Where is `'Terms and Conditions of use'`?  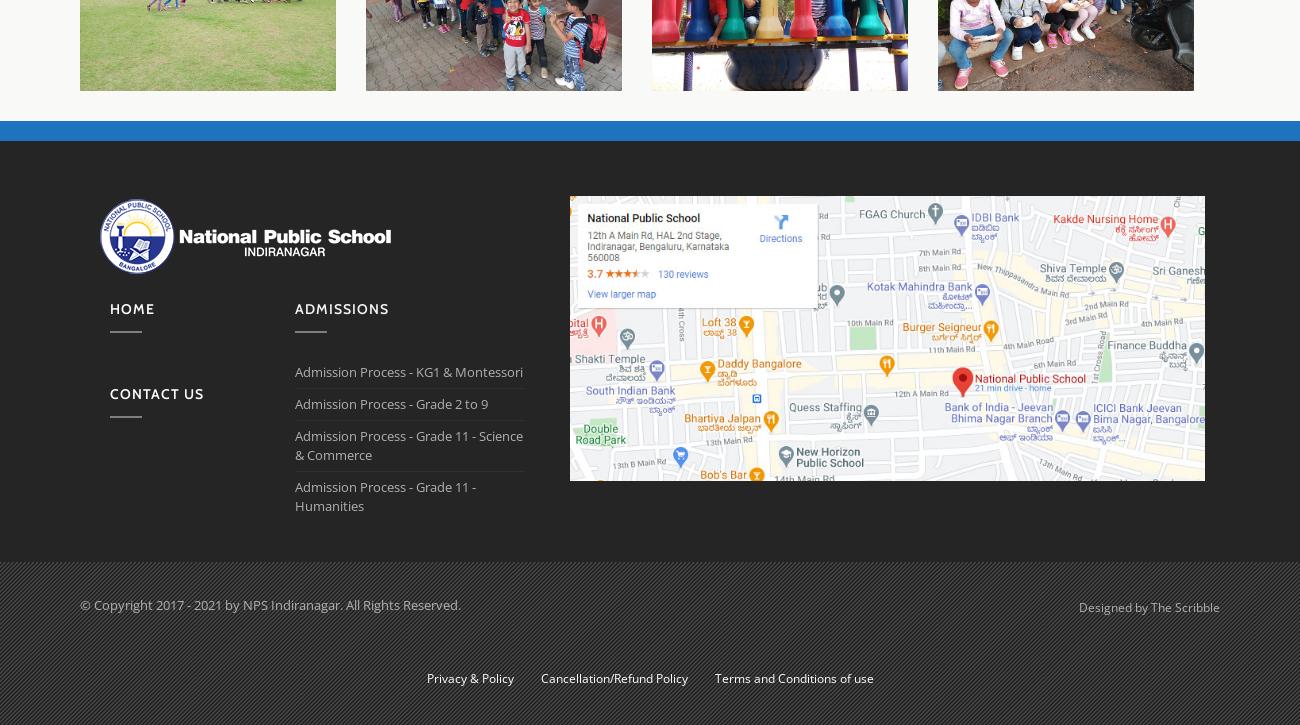 'Terms and Conditions of use' is located at coordinates (792, 677).